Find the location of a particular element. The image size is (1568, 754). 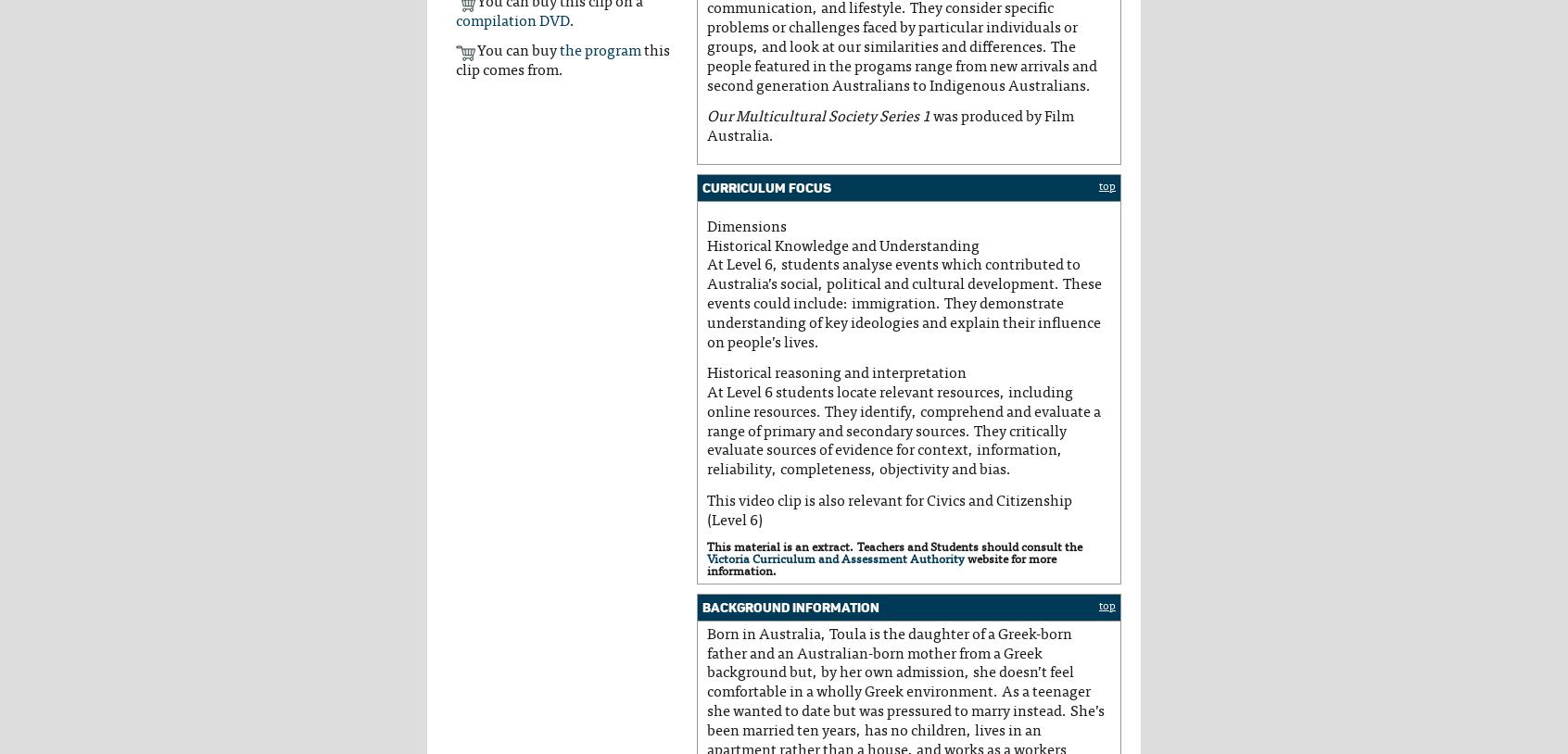

'website for more information.' is located at coordinates (881, 564).